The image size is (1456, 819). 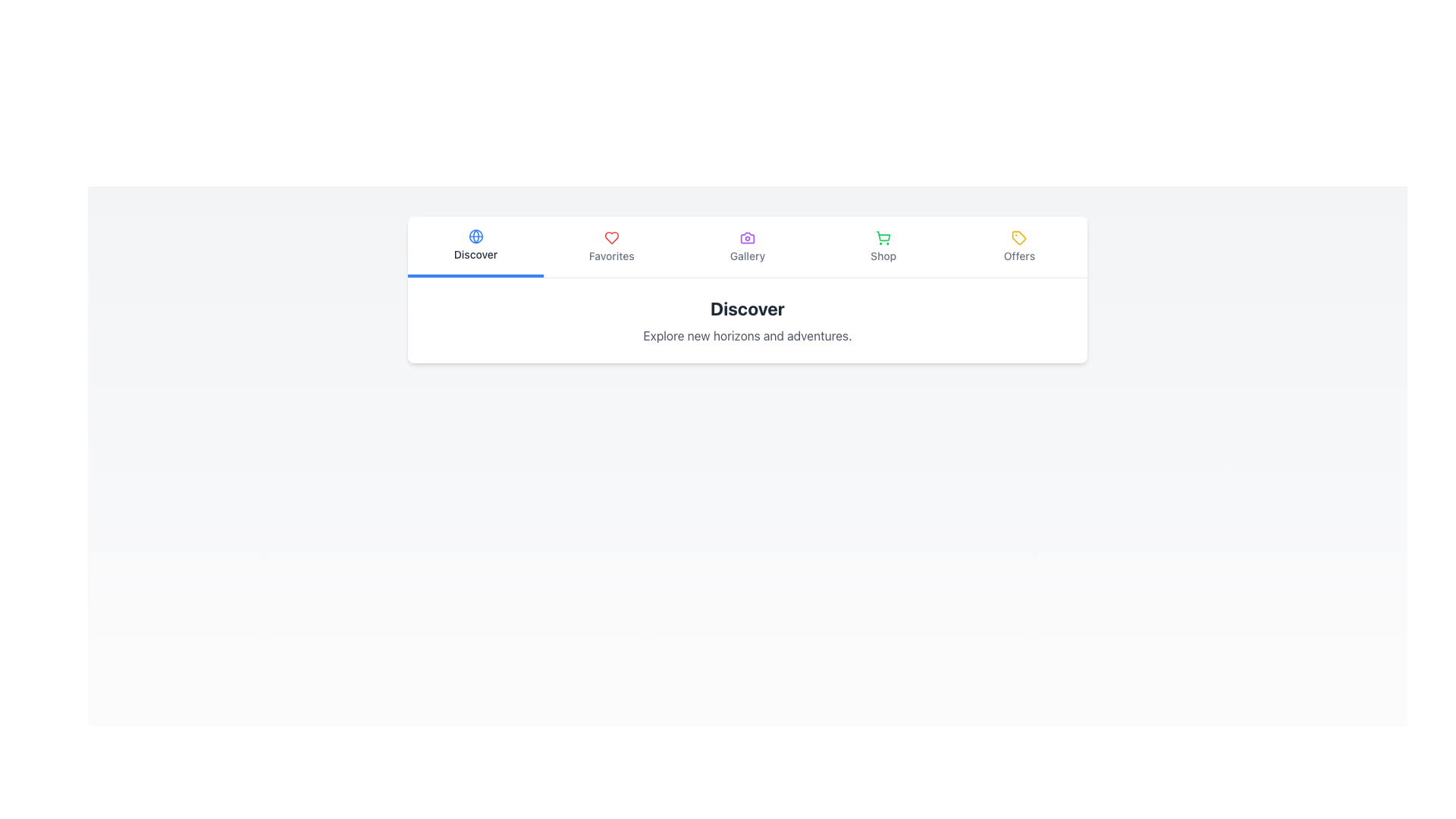 What do you see at coordinates (611, 246) in the screenshot?
I see `the heart-shaped 'Favorites' navigation button` at bounding box center [611, 246].